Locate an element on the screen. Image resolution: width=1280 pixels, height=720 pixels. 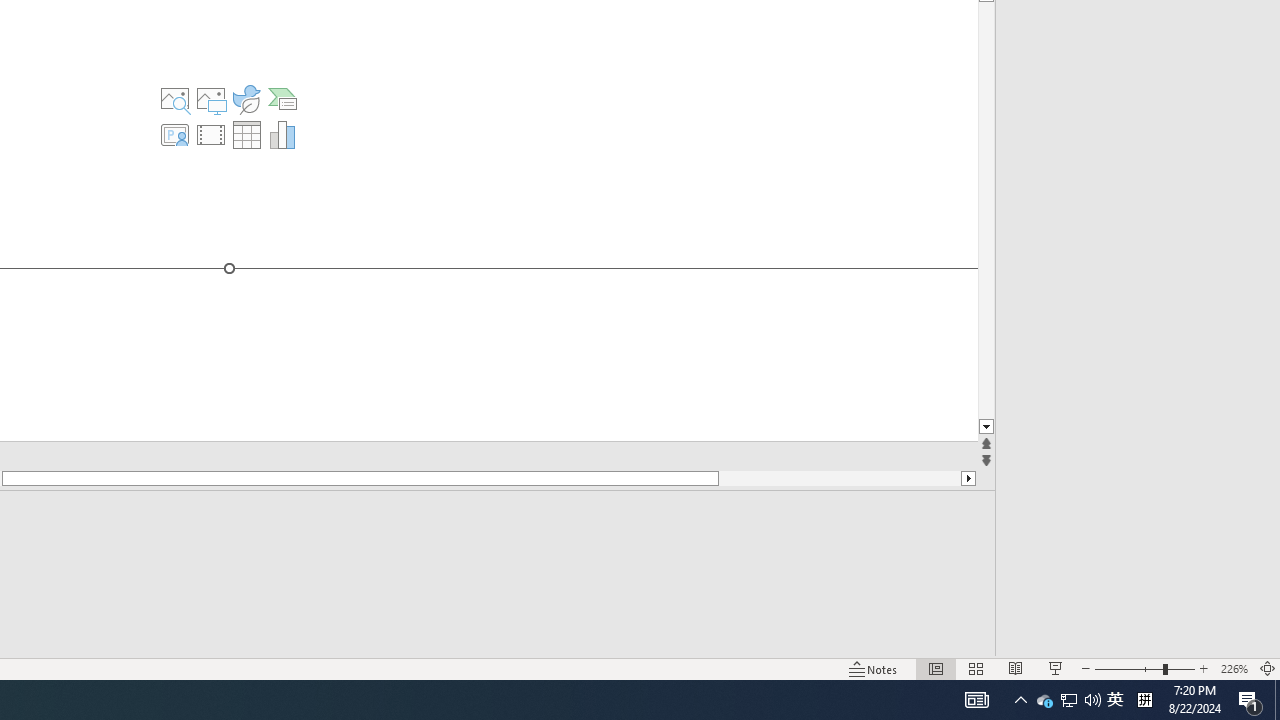
'Zoom 226%' is located at coordinates (1233, 669).